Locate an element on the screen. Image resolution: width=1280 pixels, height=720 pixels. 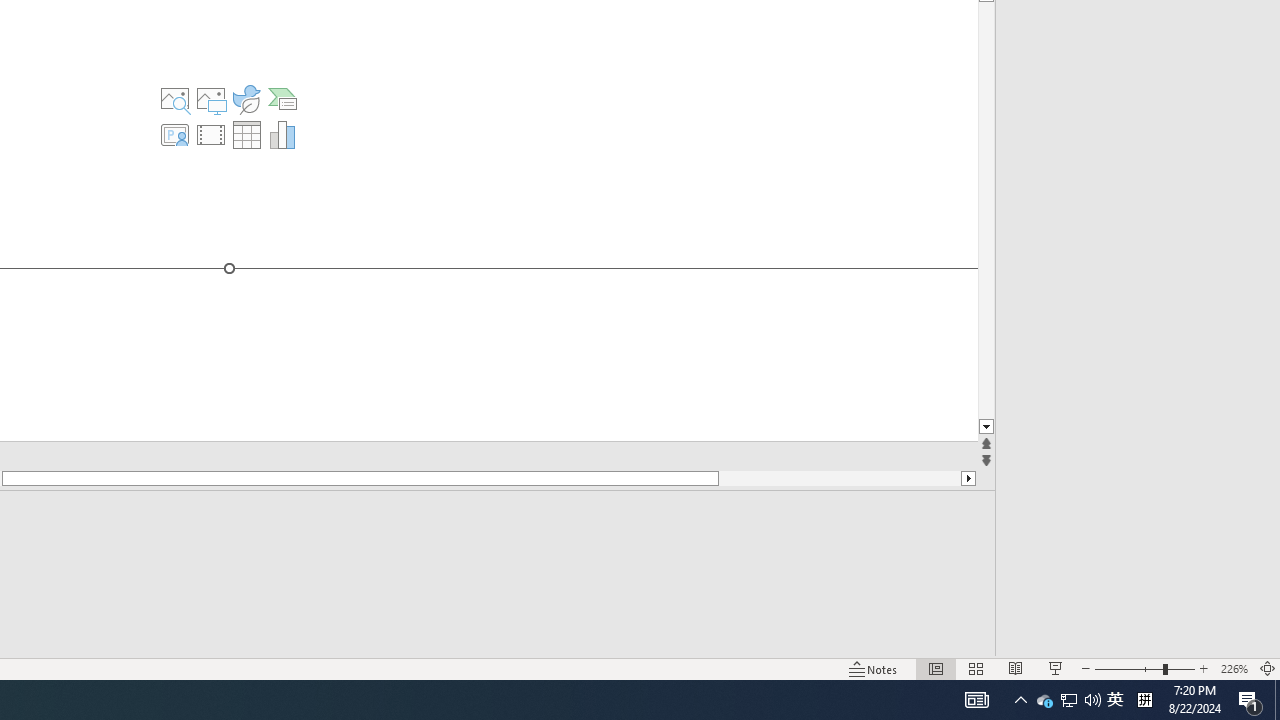
'Zoom 226%' is located at coordinates (1233, 669).